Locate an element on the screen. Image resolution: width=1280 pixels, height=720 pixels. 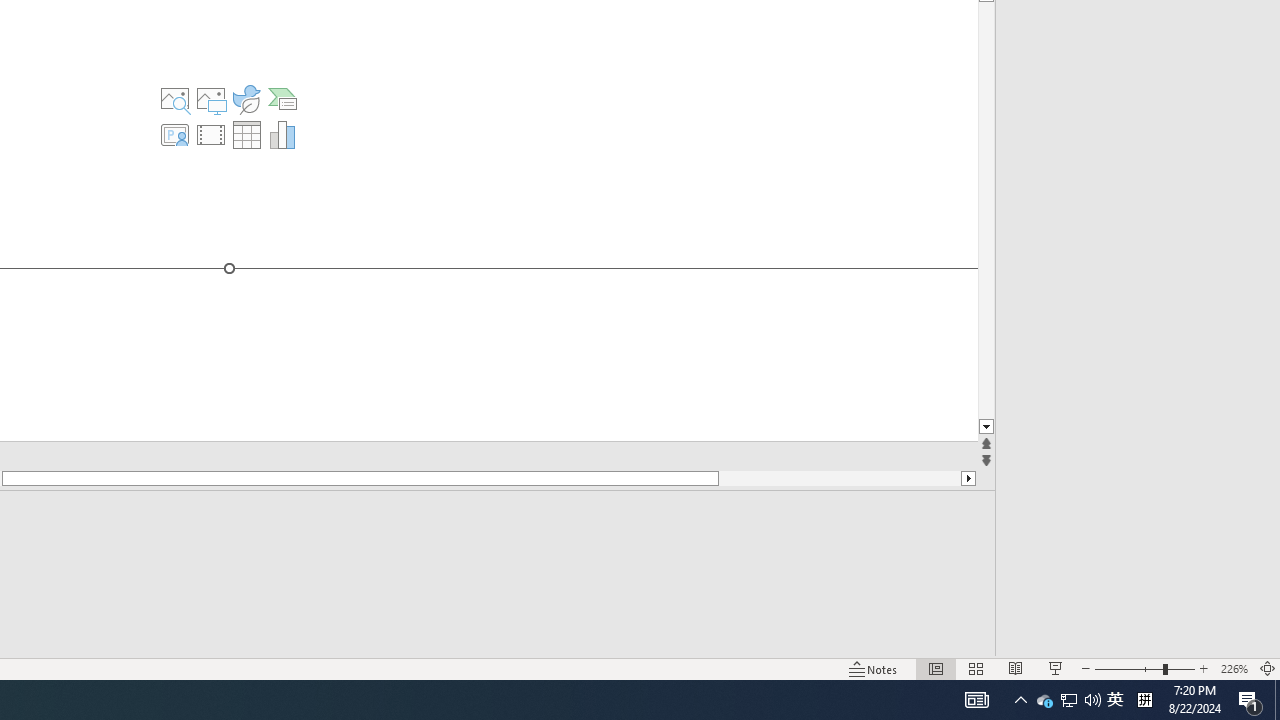
'Zoom 226%' is located at coordinates (1233, 669).